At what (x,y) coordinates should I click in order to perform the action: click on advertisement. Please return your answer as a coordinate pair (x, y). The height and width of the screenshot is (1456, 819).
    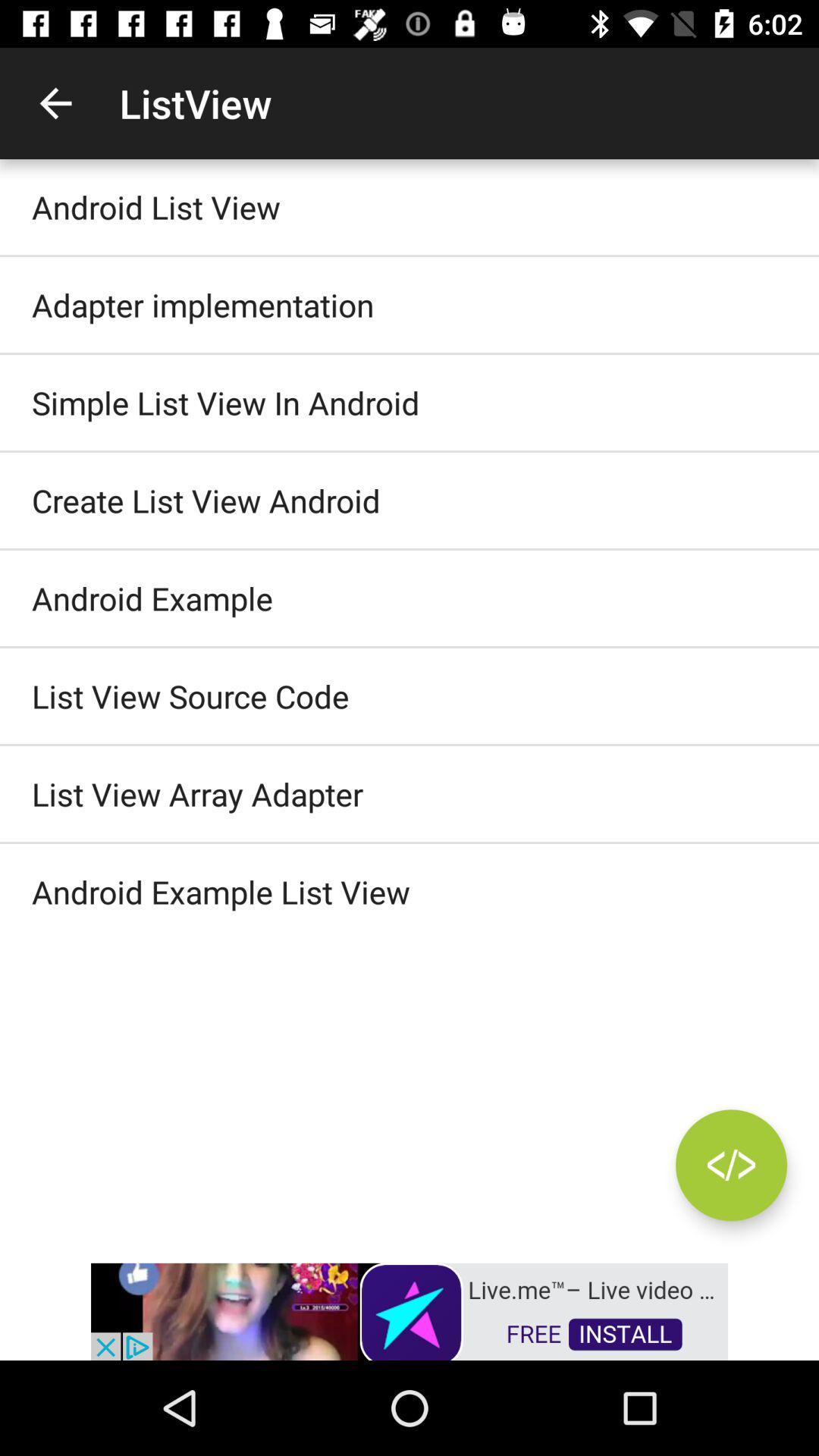
    Looking at the image, I should click on (409, 1310).